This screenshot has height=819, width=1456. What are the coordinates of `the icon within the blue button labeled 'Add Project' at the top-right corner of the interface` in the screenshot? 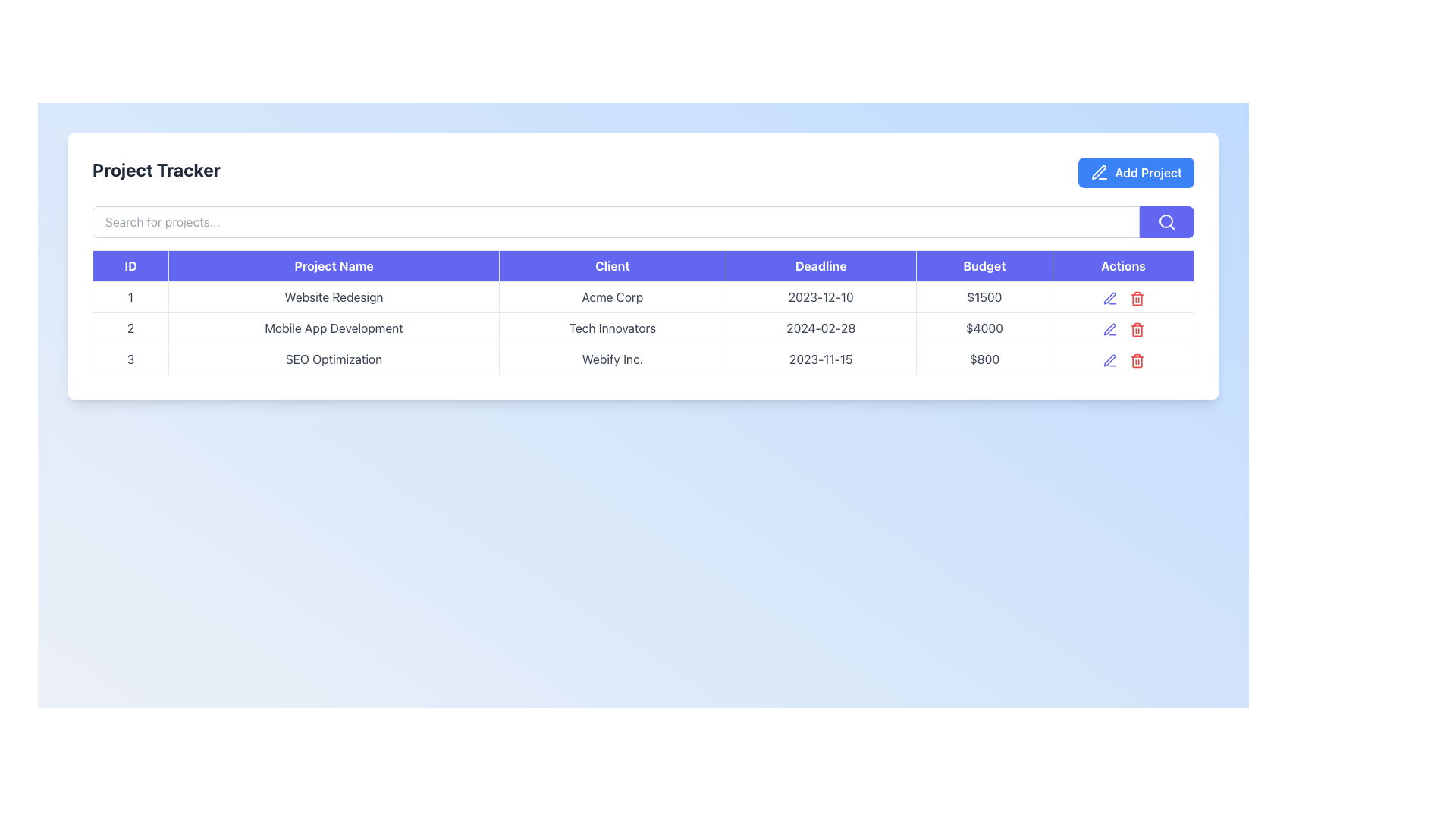 It's located at (1100, 171).